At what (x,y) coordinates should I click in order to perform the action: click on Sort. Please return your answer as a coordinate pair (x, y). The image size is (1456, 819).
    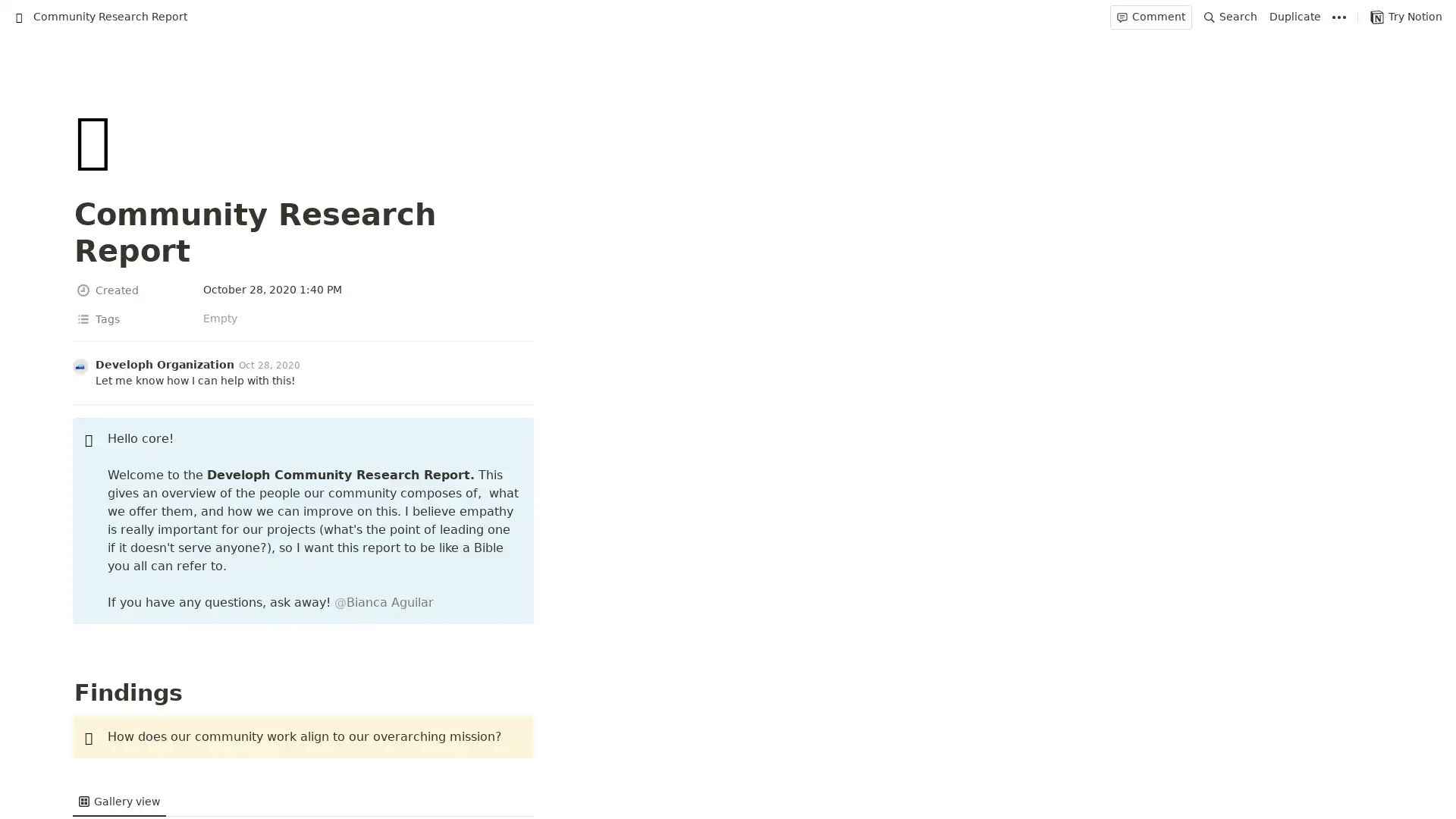
    Looking at the image, I should click on (1321, 692).